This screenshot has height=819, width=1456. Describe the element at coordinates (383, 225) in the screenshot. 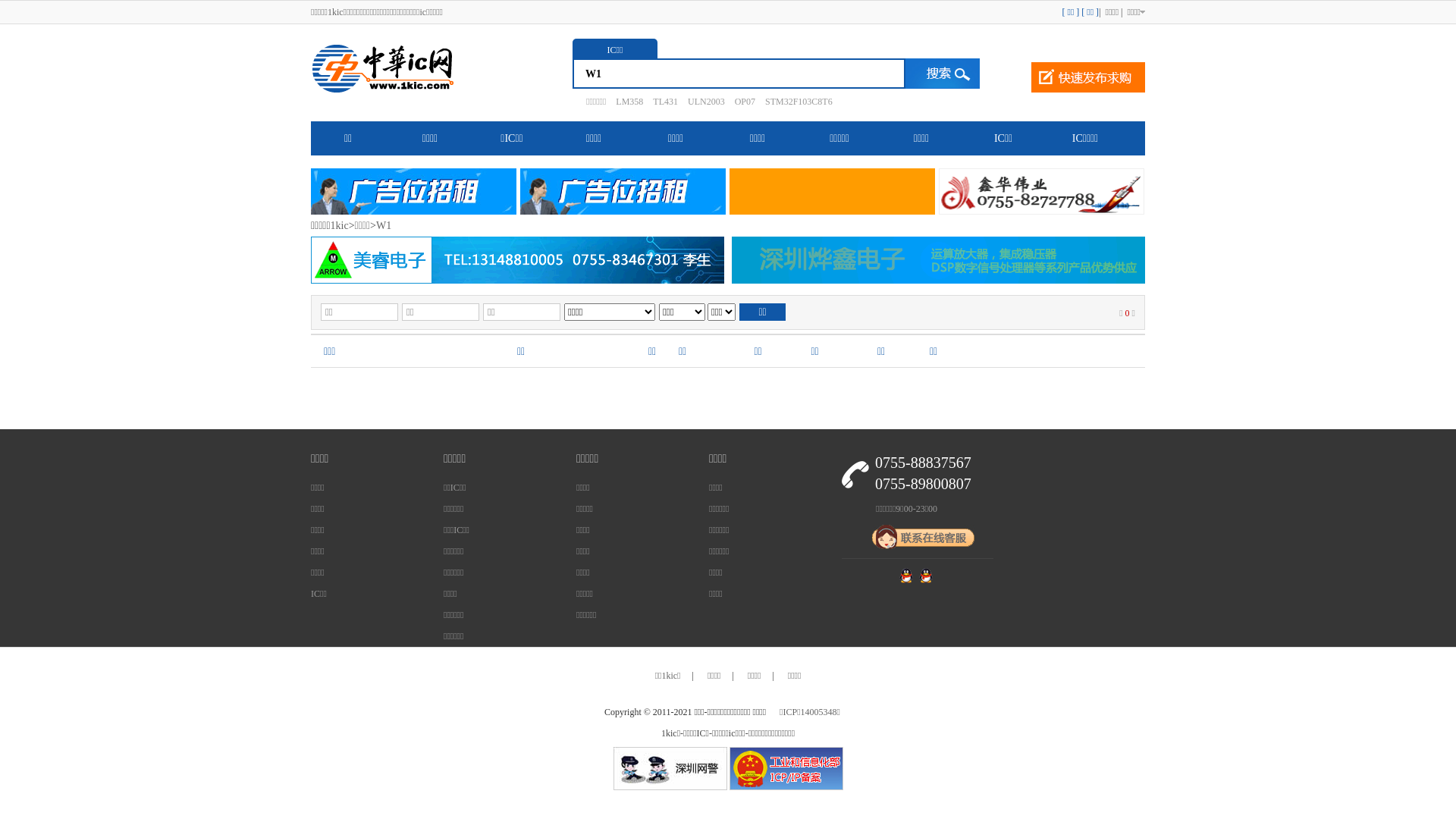

I see `'W1'` at that location.